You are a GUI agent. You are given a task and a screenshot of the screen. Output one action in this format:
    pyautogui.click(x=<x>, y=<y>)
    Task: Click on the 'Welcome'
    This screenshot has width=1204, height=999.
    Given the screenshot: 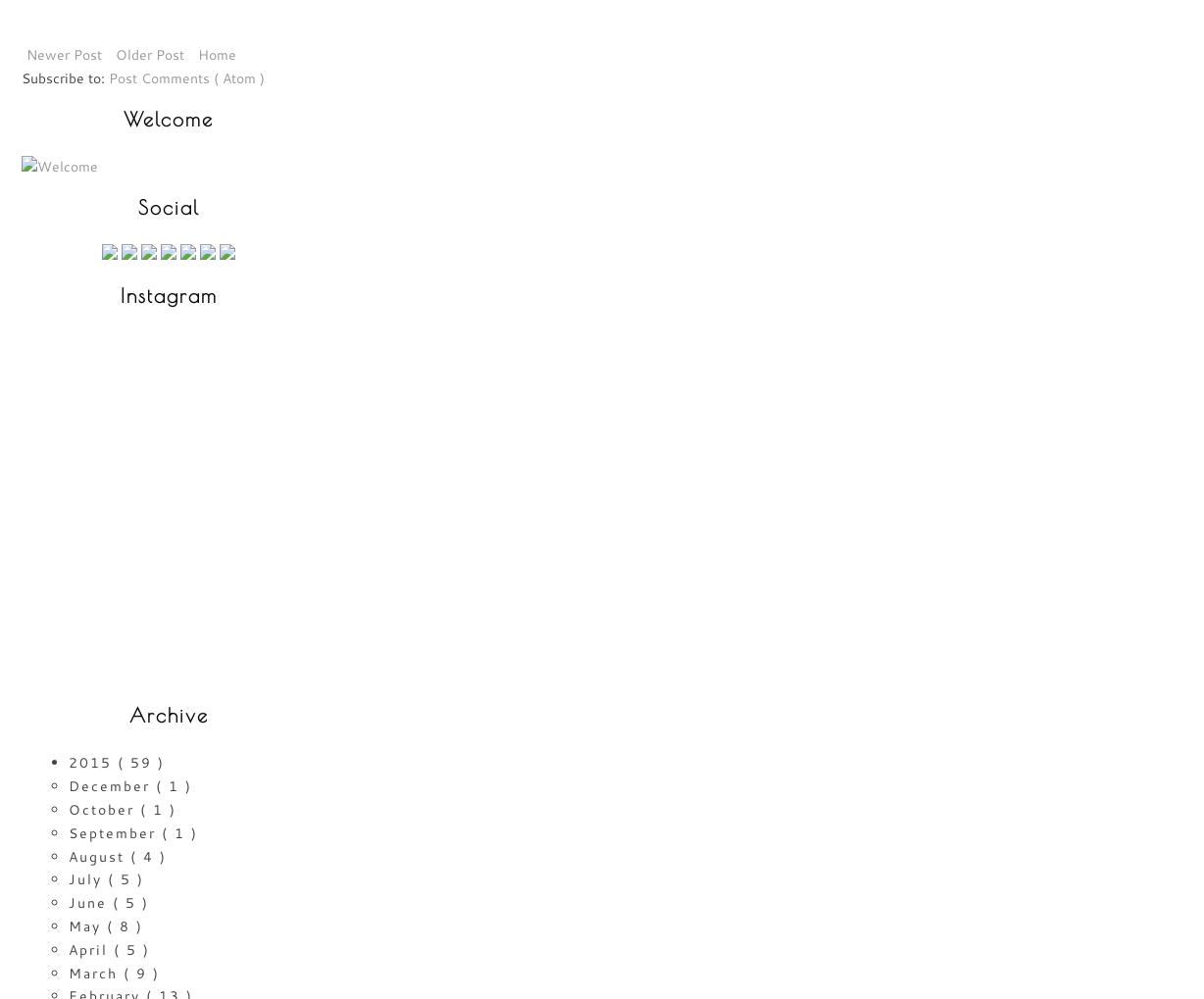 What is the action you would take?
    pyautogui.click(x=168, y=118)
    